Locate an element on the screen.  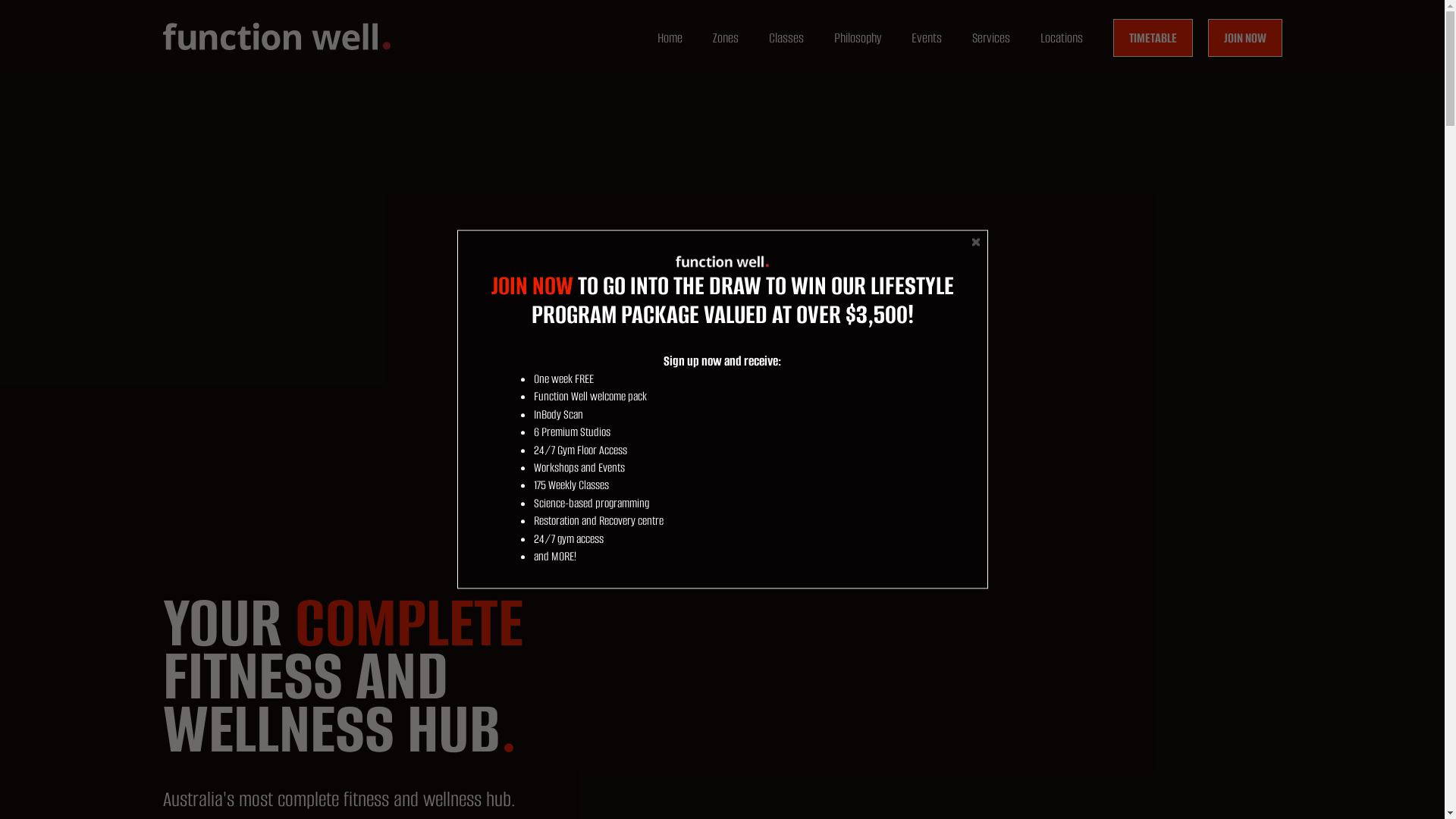
'Close' is located at coordinates (975, 241).